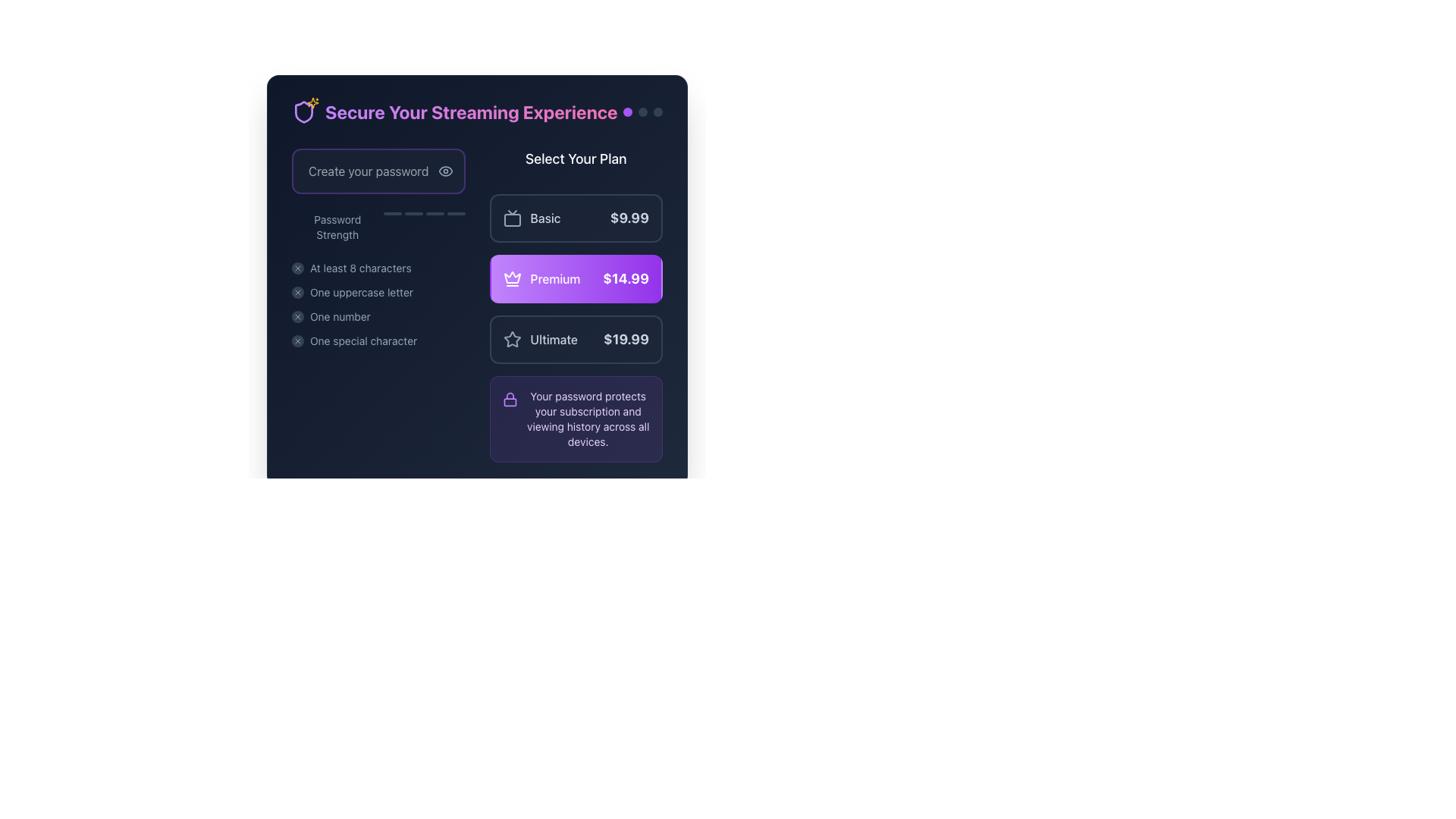 This screenshot has height=819, width=1456. Describe the element at coordinates (575, 419) in the screenshot. I see `the informational component that provides details about the significance of the password in securing the subscription and viewing history, located at the bottom of the 'Select Your Plan' section` at that location.